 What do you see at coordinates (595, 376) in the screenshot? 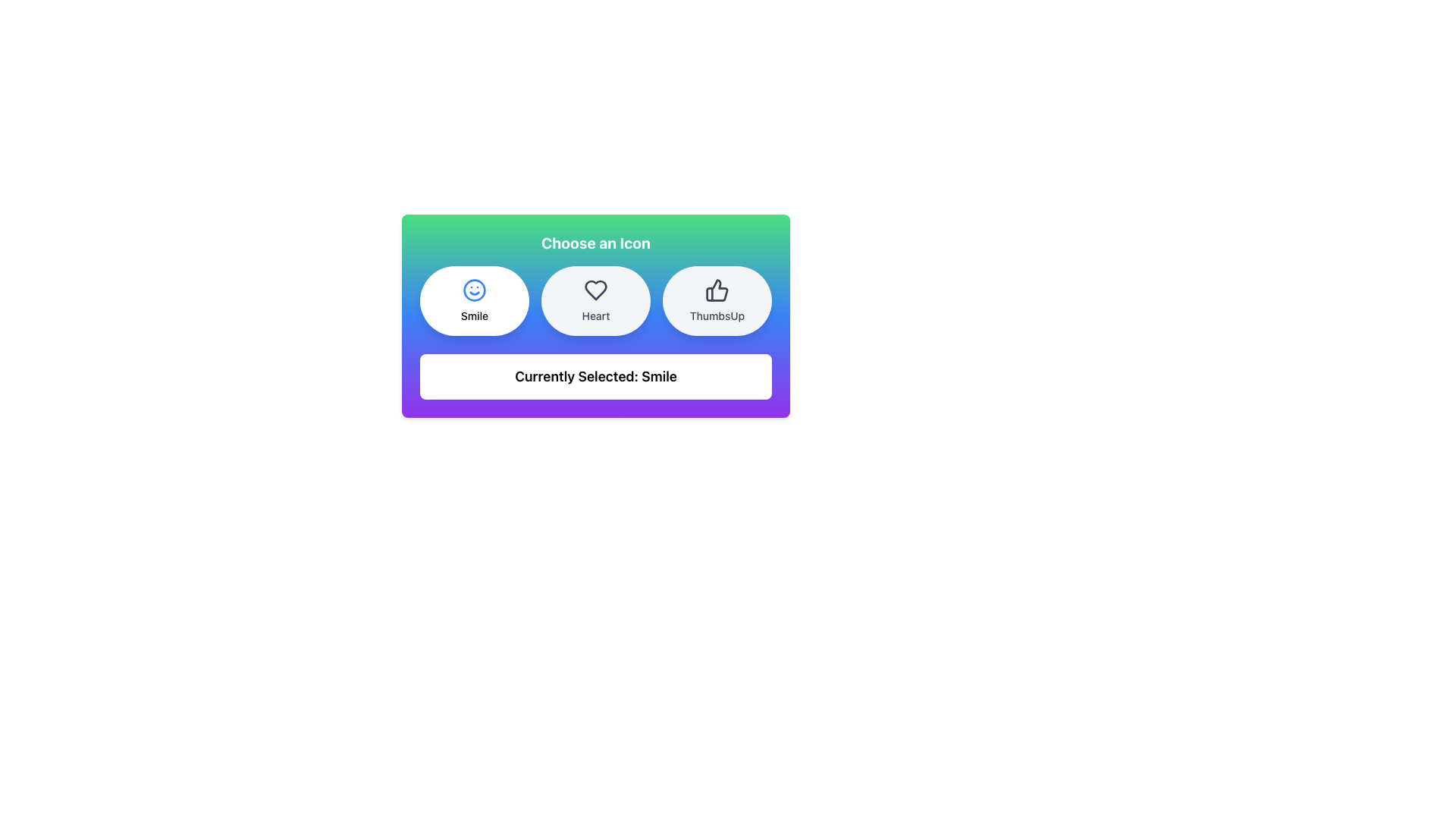
I see `the informational Text Label that displays the currently selected option 'Smile', located at the bottom section of a card-like area, centered horizontally beneath three buttons labeled 'Smile', 'Heart', and 'ThumbsUp'` at bounding box center [595, 376].